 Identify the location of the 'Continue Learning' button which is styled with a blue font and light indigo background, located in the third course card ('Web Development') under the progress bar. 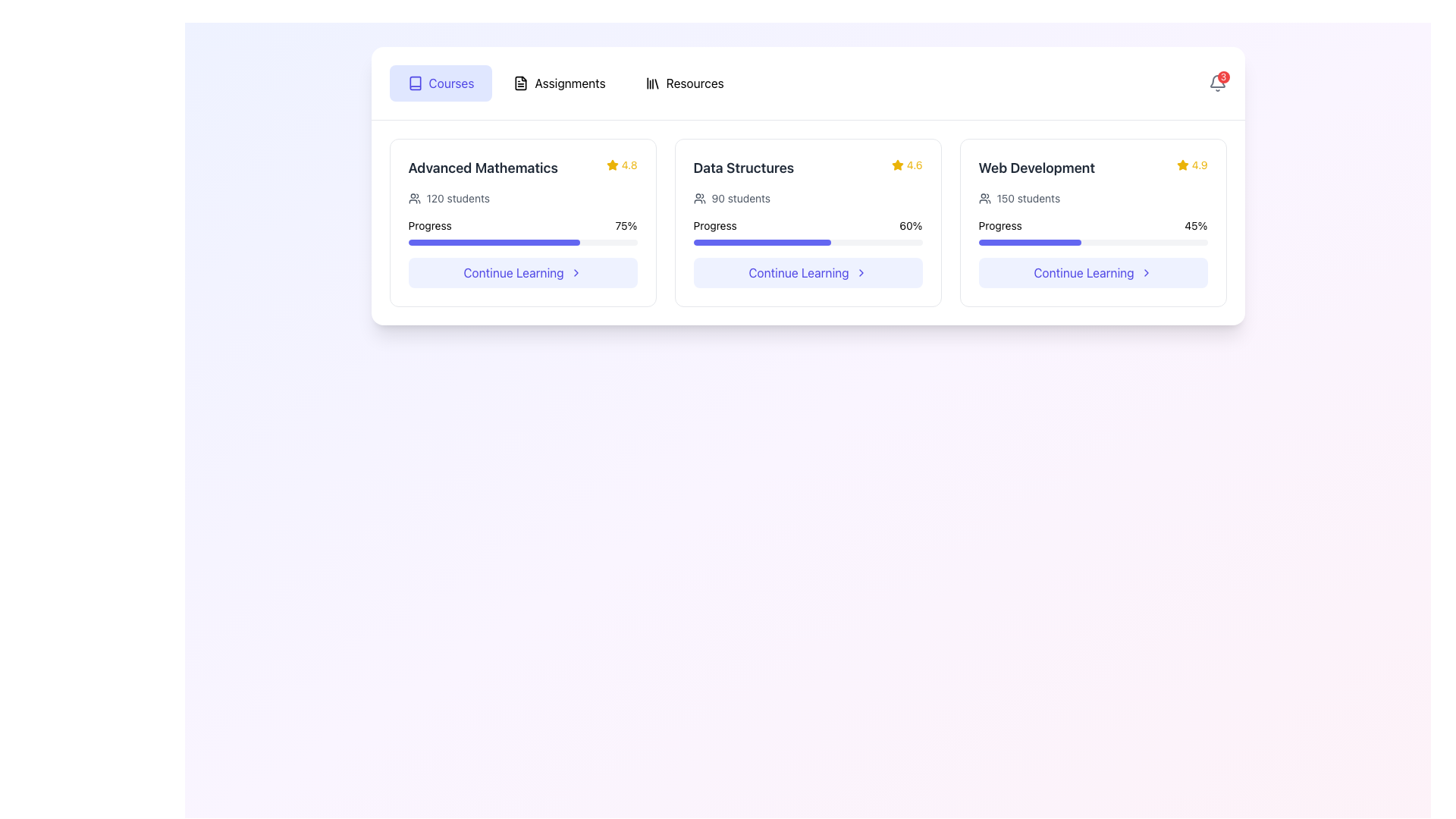
(1083, 271).